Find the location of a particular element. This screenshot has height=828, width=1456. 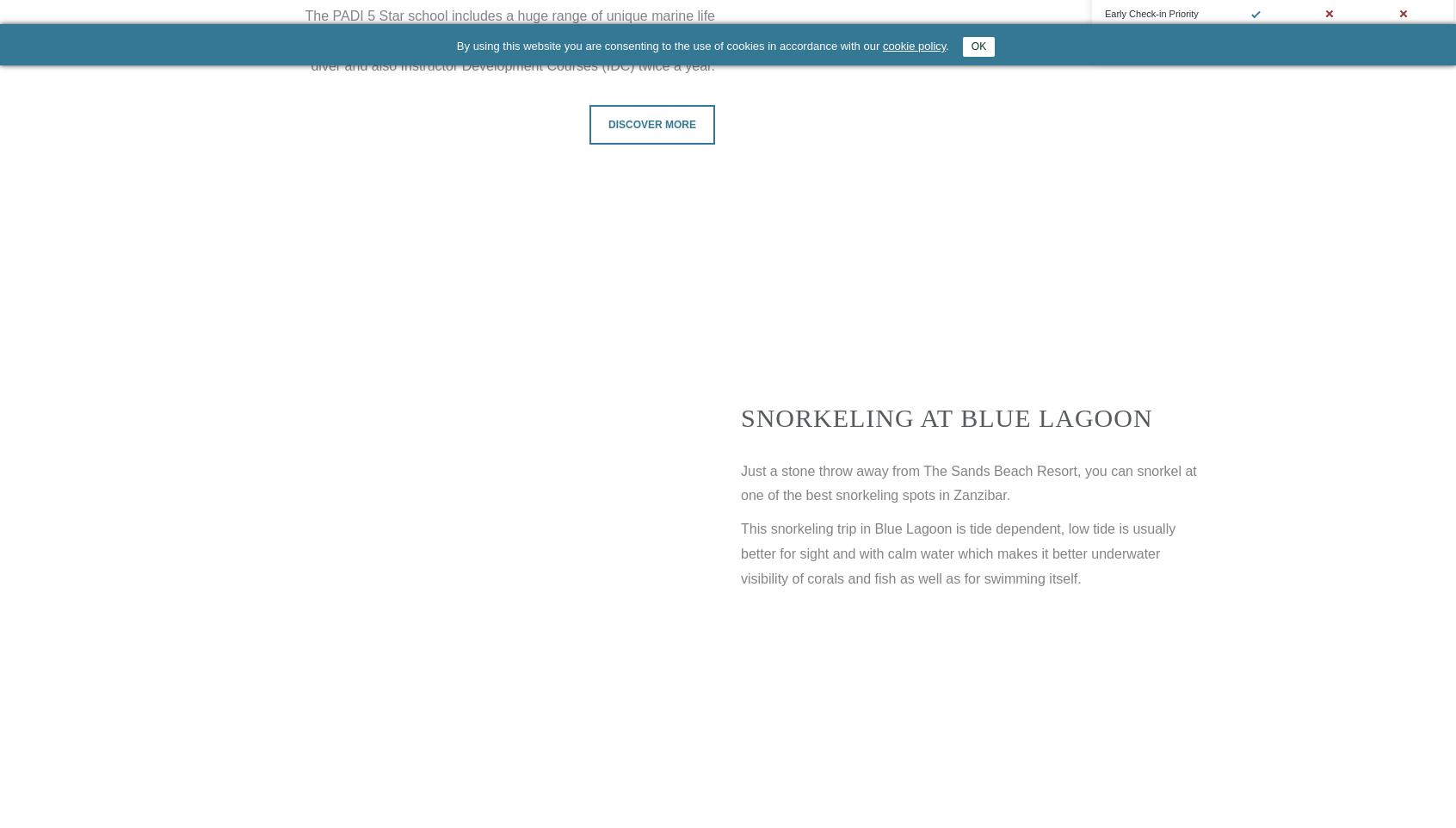

'This snorkeling trip in Blue Lagoon is tide dependent, low tide is usually better for sight and with calm water which makes it better underwater visibility of corals and fish as well as for swimming itself.' is located at coordinates (958, 553).